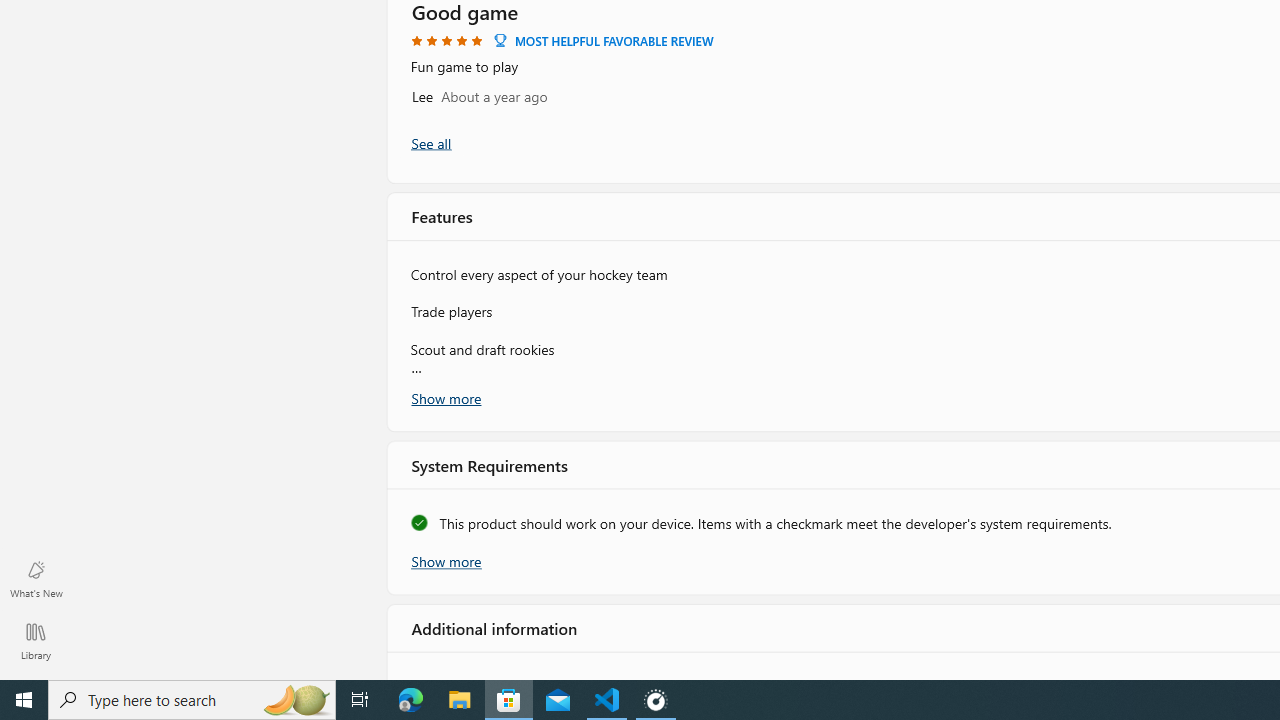 The width and height of the screenshot is (1280, 720). Describe the element at coordinates (429, 141) in the screenshot. I see `'Show all ratings and reviews'` at that location.